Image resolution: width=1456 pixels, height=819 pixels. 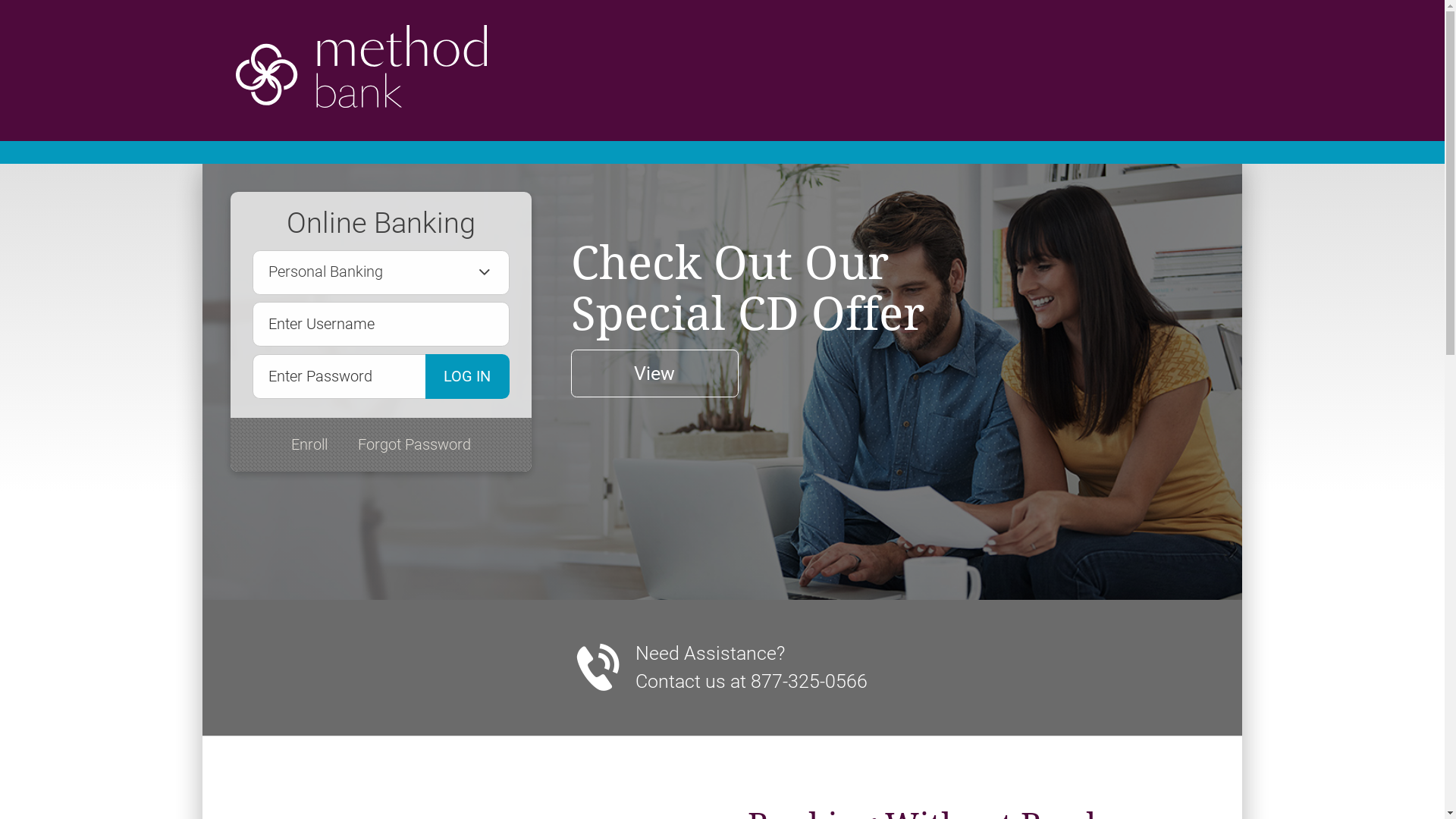 I want to click on 'Forgot Password', so click(x=414, y=444).